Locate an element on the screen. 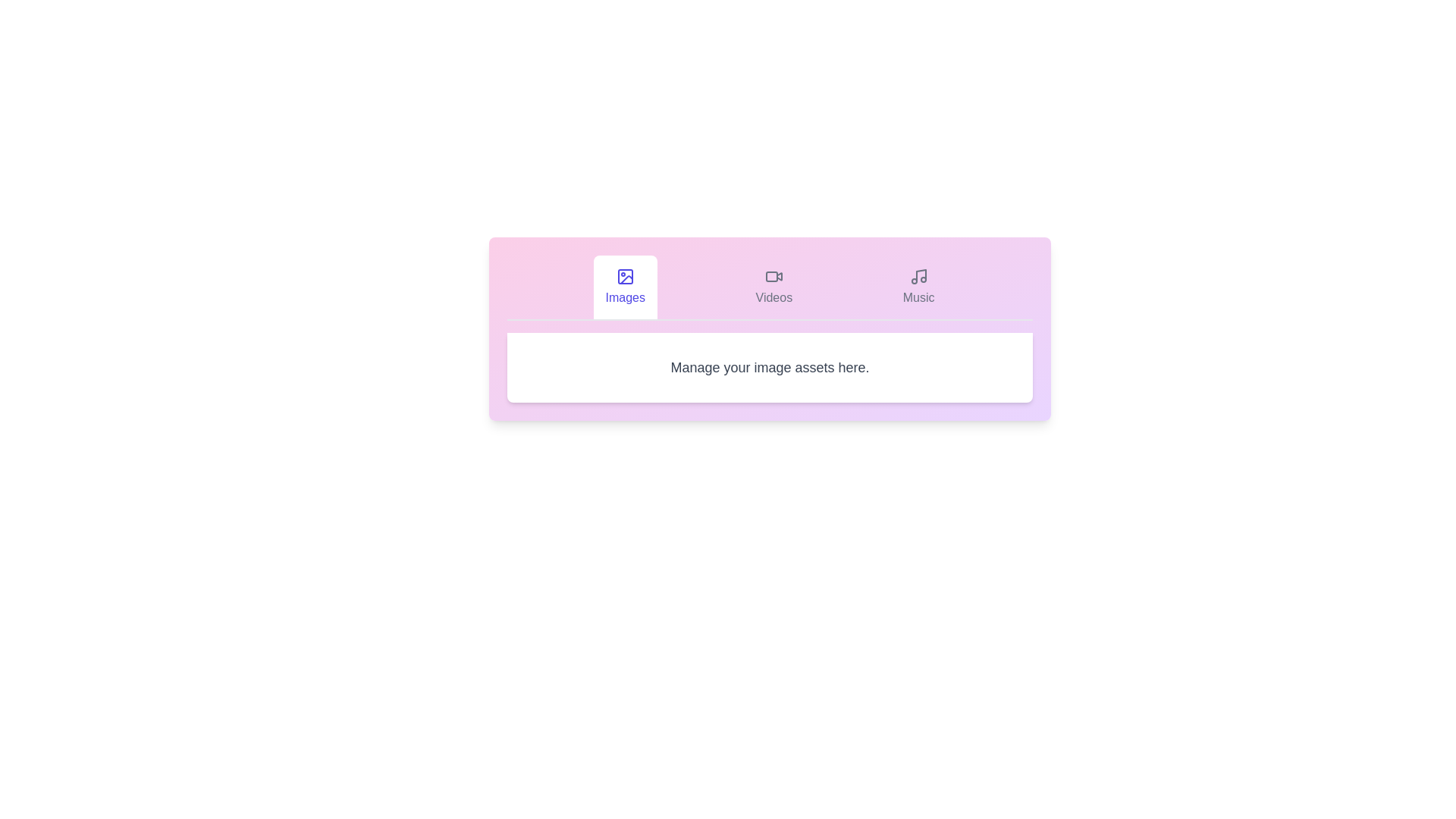 Image resolution: width=1456 pixels, height=819 pixels. the tab labeled Videos to view its tooltip is located at coordinates (773, 287).